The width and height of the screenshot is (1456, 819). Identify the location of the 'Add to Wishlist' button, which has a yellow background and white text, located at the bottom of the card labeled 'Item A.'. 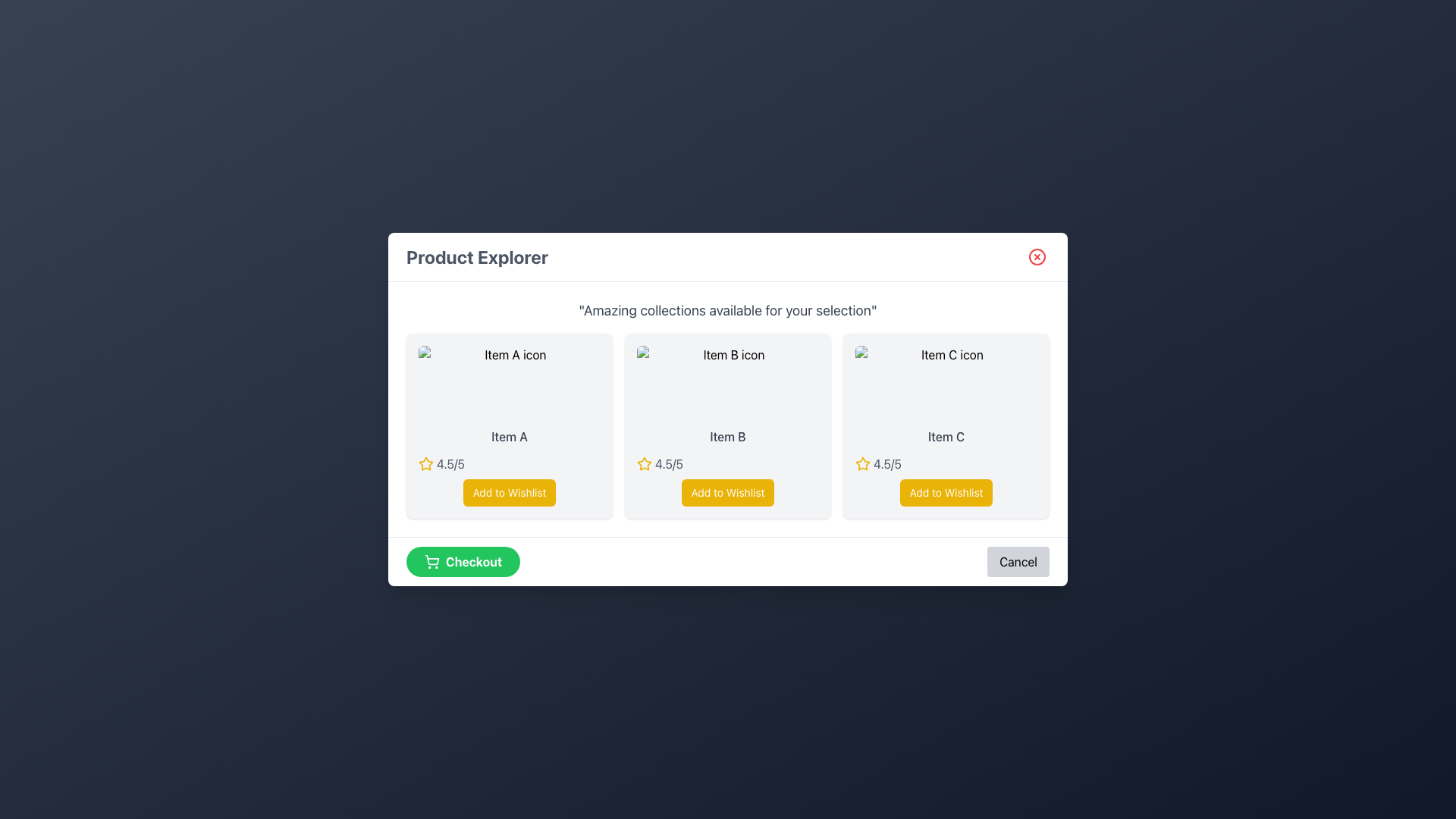
(510, 493).